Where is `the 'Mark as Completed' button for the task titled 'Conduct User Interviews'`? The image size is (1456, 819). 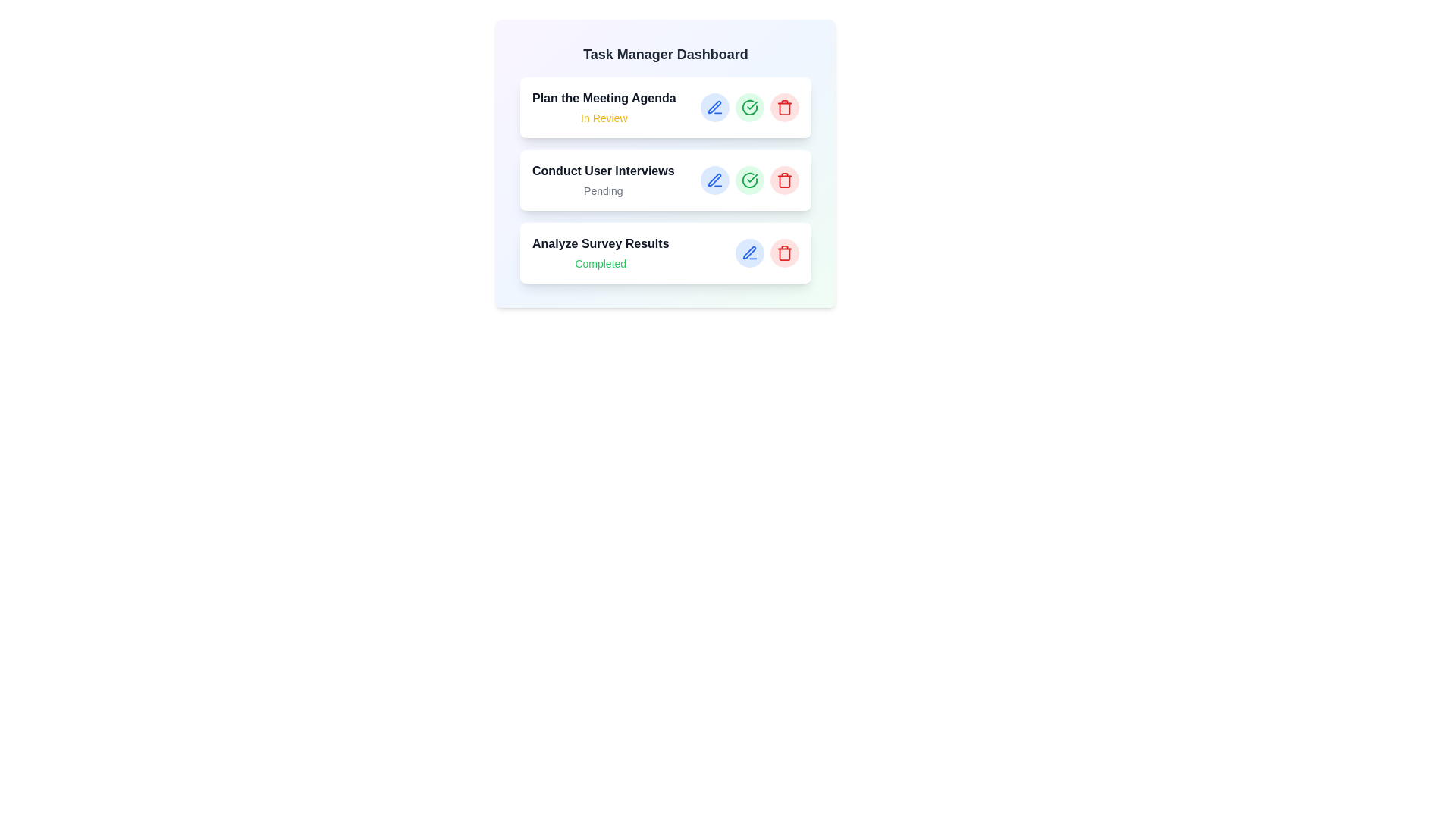
the 'Mark as Completed' button for the task titled 'Conduct User Interviews' is located at coordinates (749, 180).